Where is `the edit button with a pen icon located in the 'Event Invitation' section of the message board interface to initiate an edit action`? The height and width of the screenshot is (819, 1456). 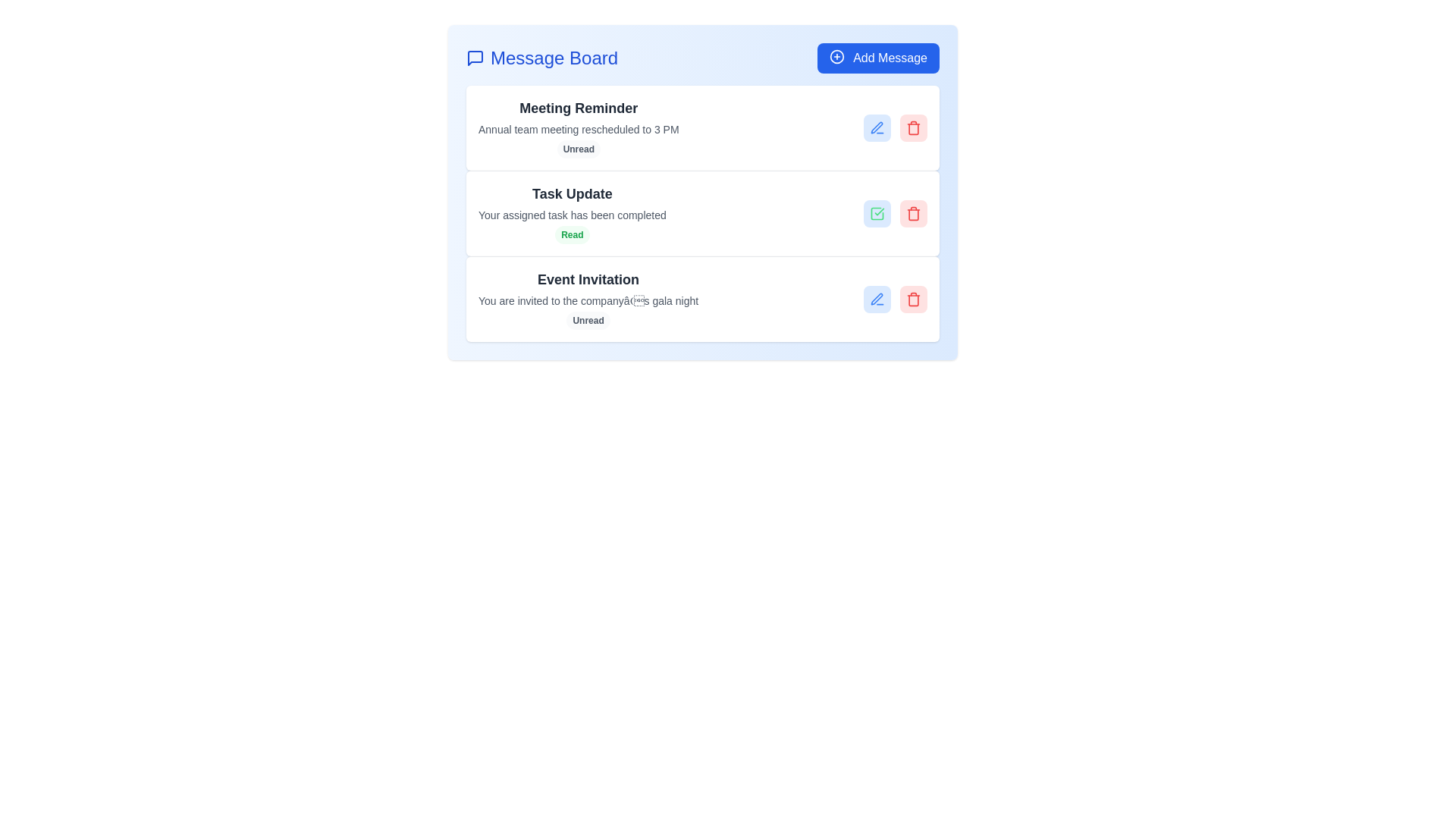
the edit button with a pen icon located in the 'Event Invitation' section of the message board interface to initiate an edit action is located at coordinates (877, 299).